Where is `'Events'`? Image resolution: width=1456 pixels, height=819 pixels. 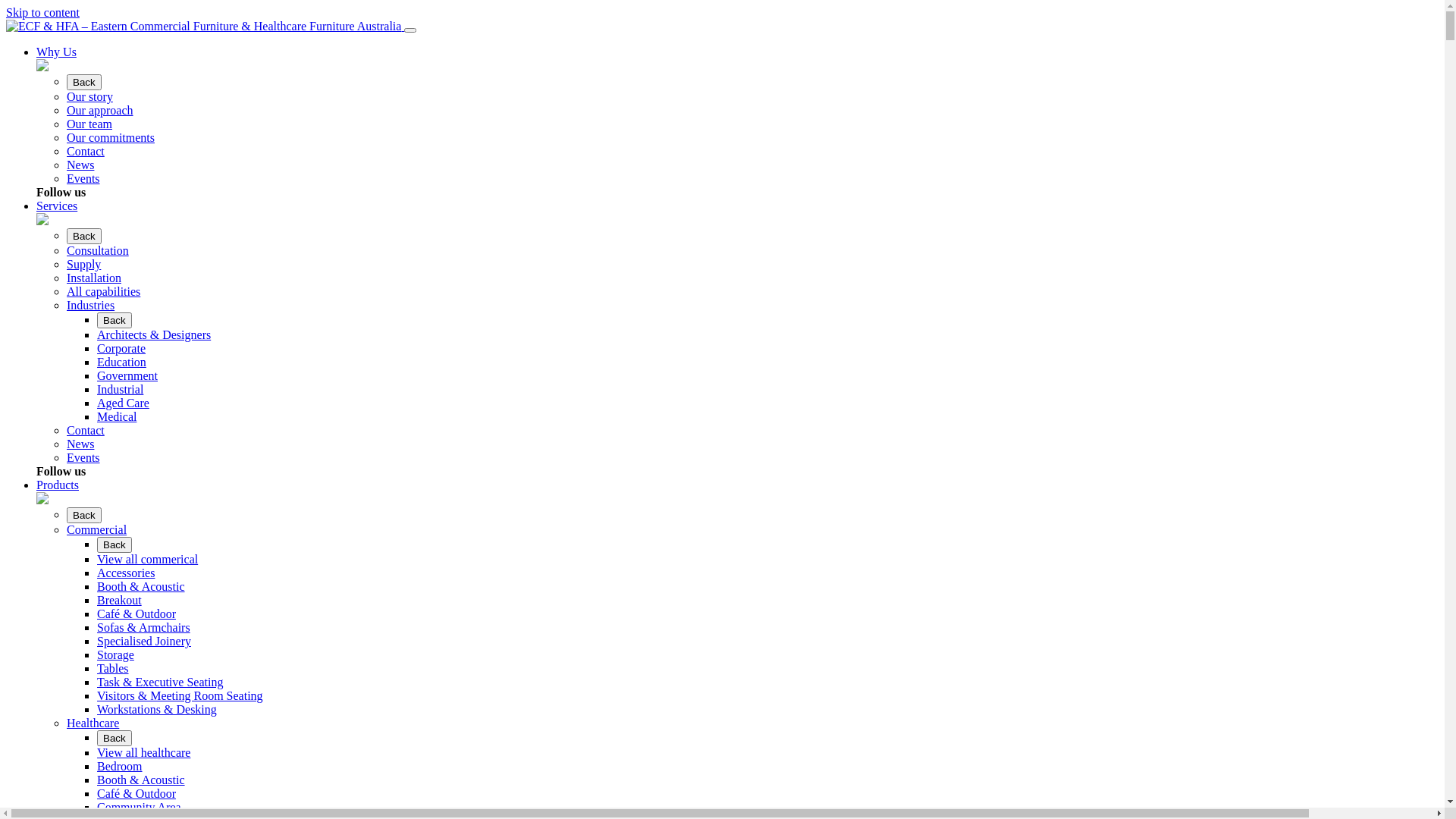 'Events' is located at coordinates (65, 177).